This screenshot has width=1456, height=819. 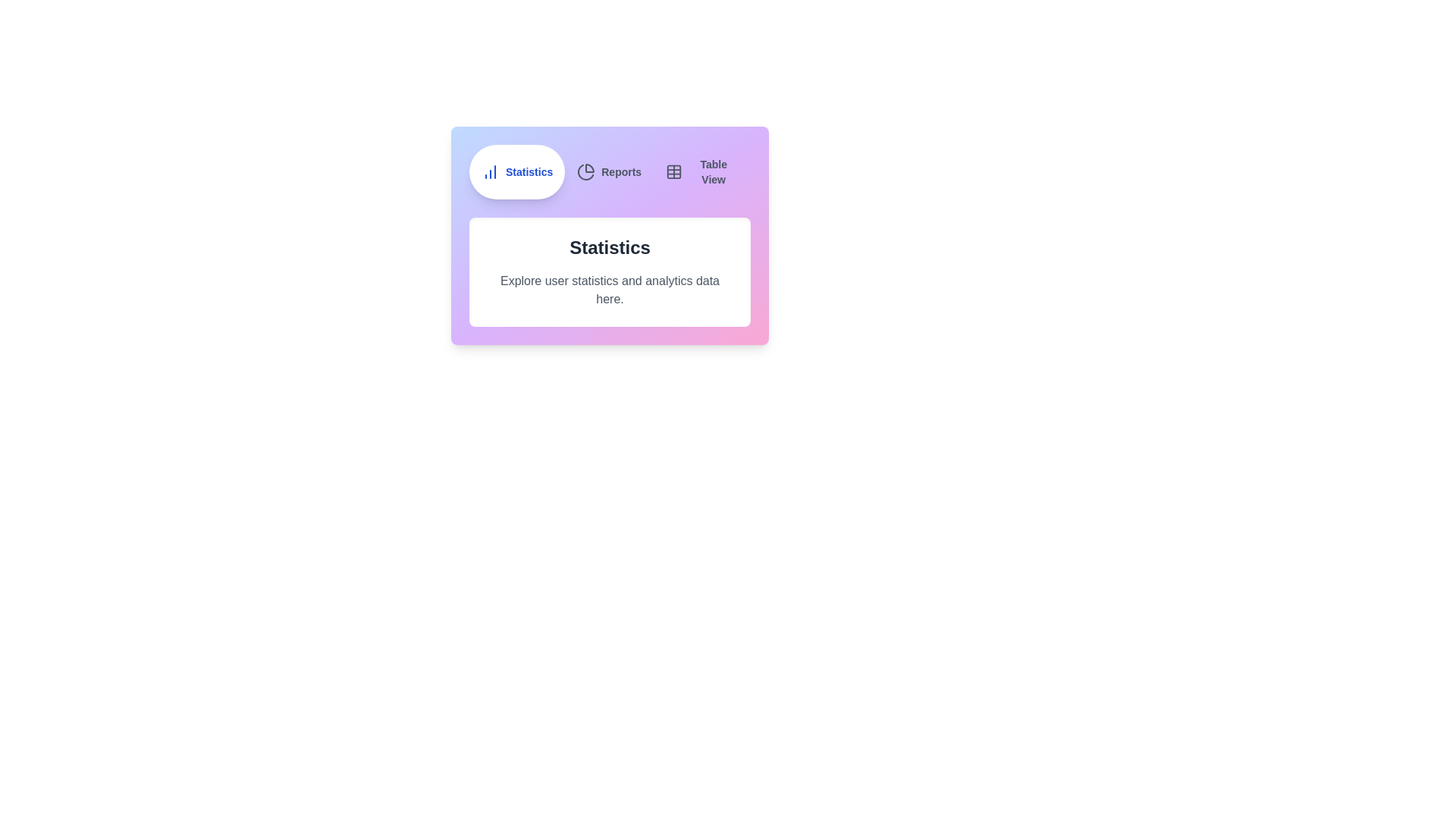 What do you see at coordinates (609, 171) in the screenshot?
I see `the tab labeled 'Reports'` at bounding box center [609, 171].